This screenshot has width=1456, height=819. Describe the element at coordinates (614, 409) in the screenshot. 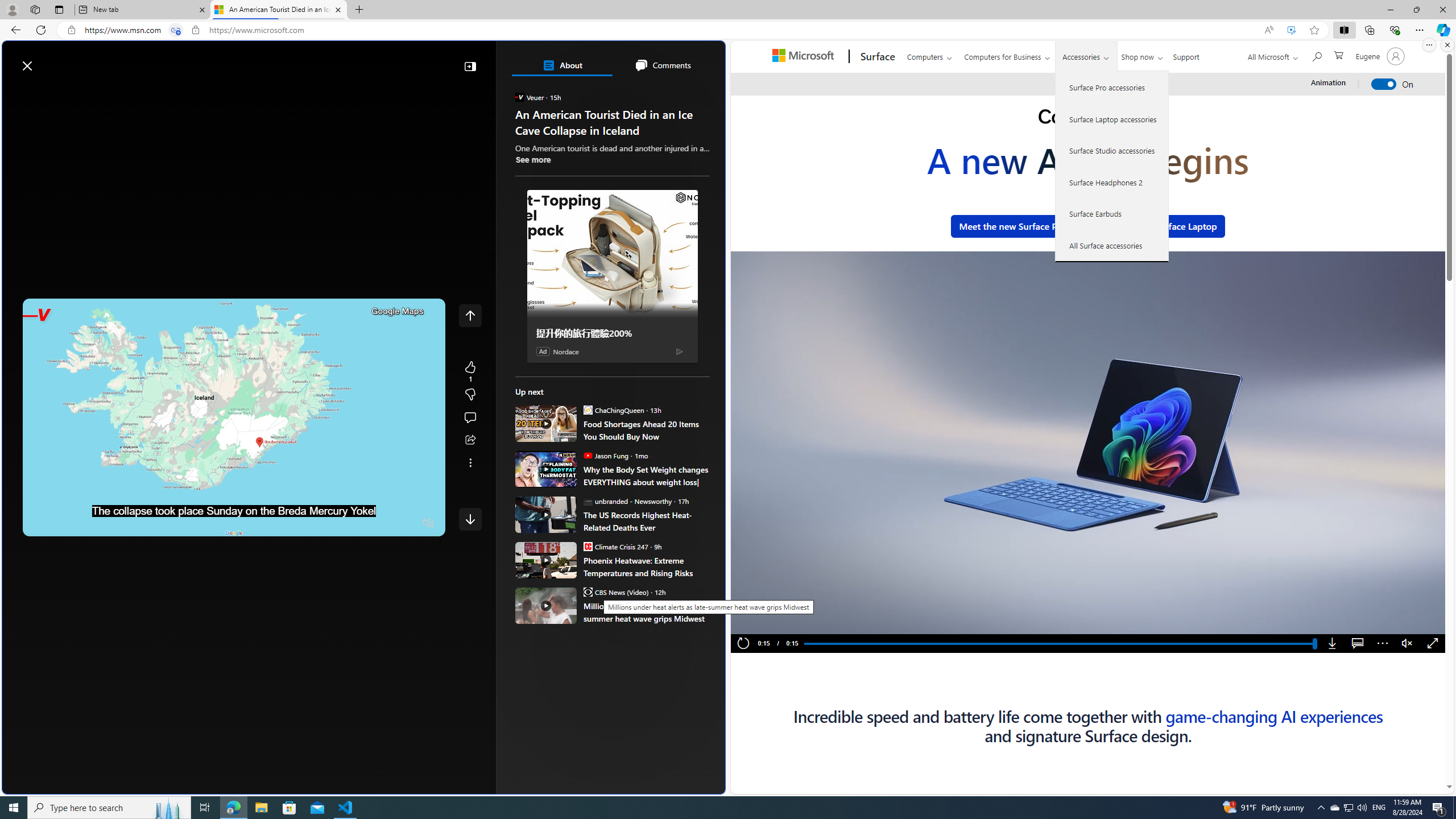

I see `'ChaChingQueen ChaChingQueen'` at that location.